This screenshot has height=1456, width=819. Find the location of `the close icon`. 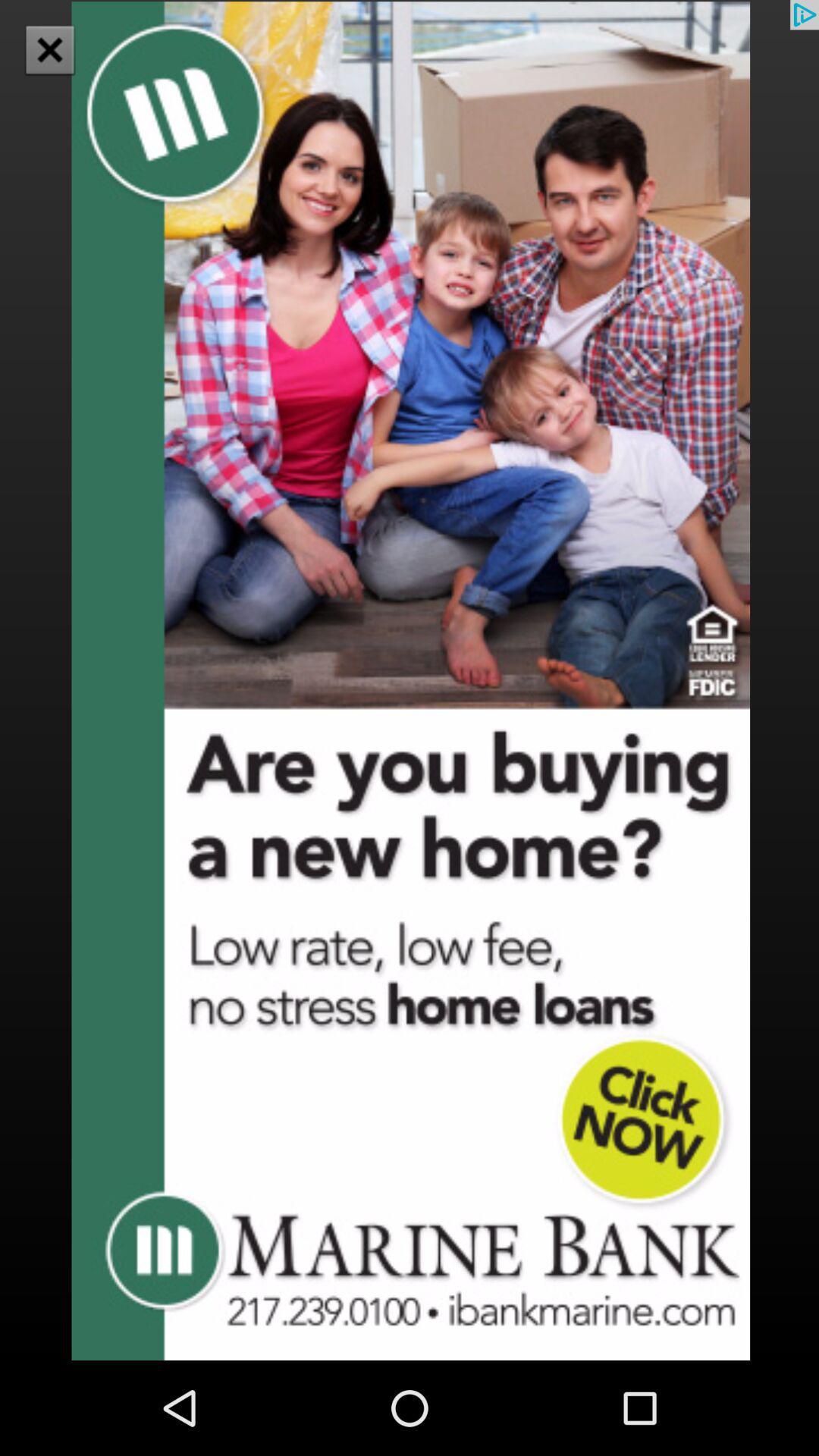

the close icon is located at coordinates (49, 53).